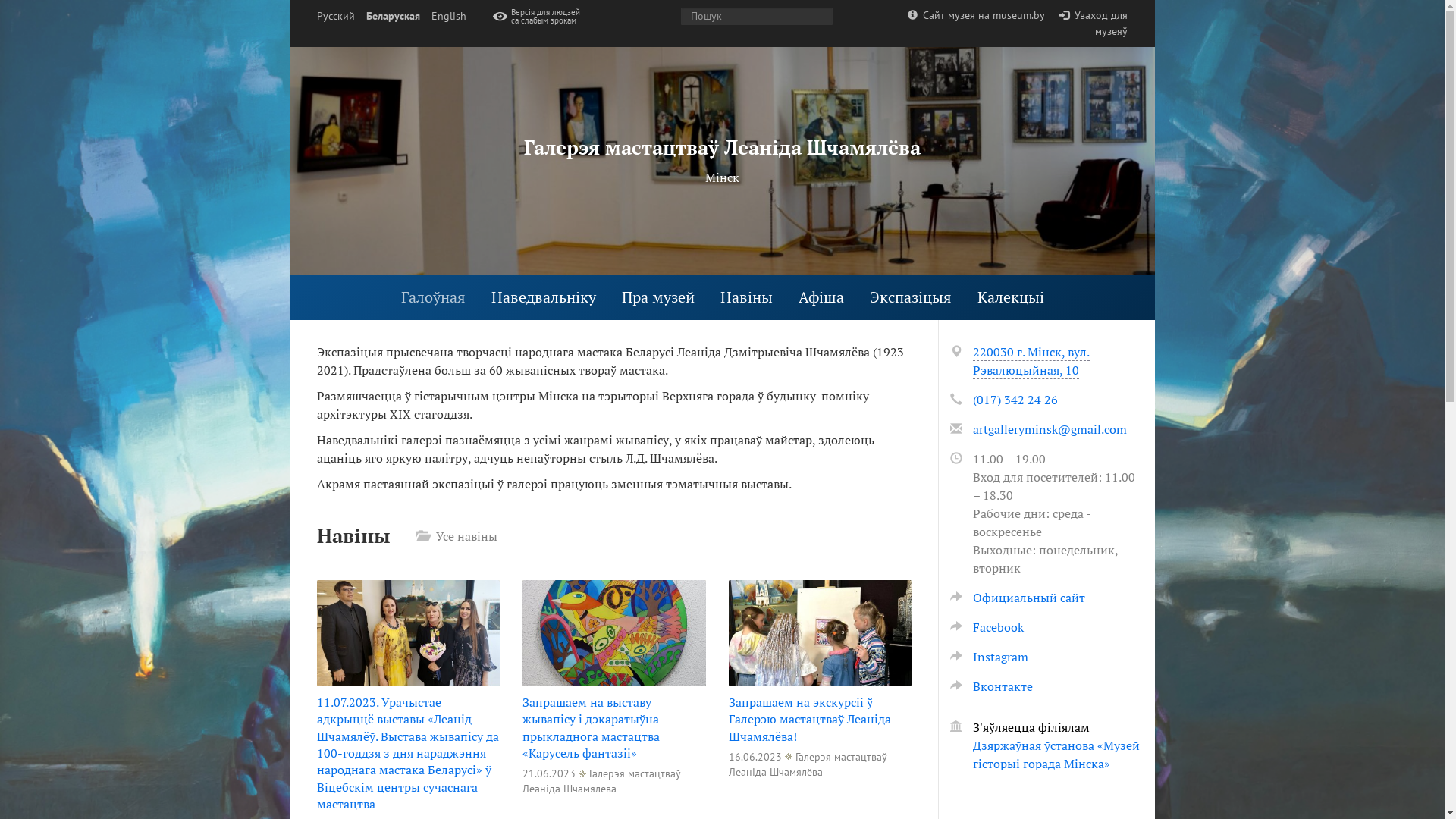 This screenshot has height=819, width=1456. I want to click on 'Instagram', so click(988, 656).